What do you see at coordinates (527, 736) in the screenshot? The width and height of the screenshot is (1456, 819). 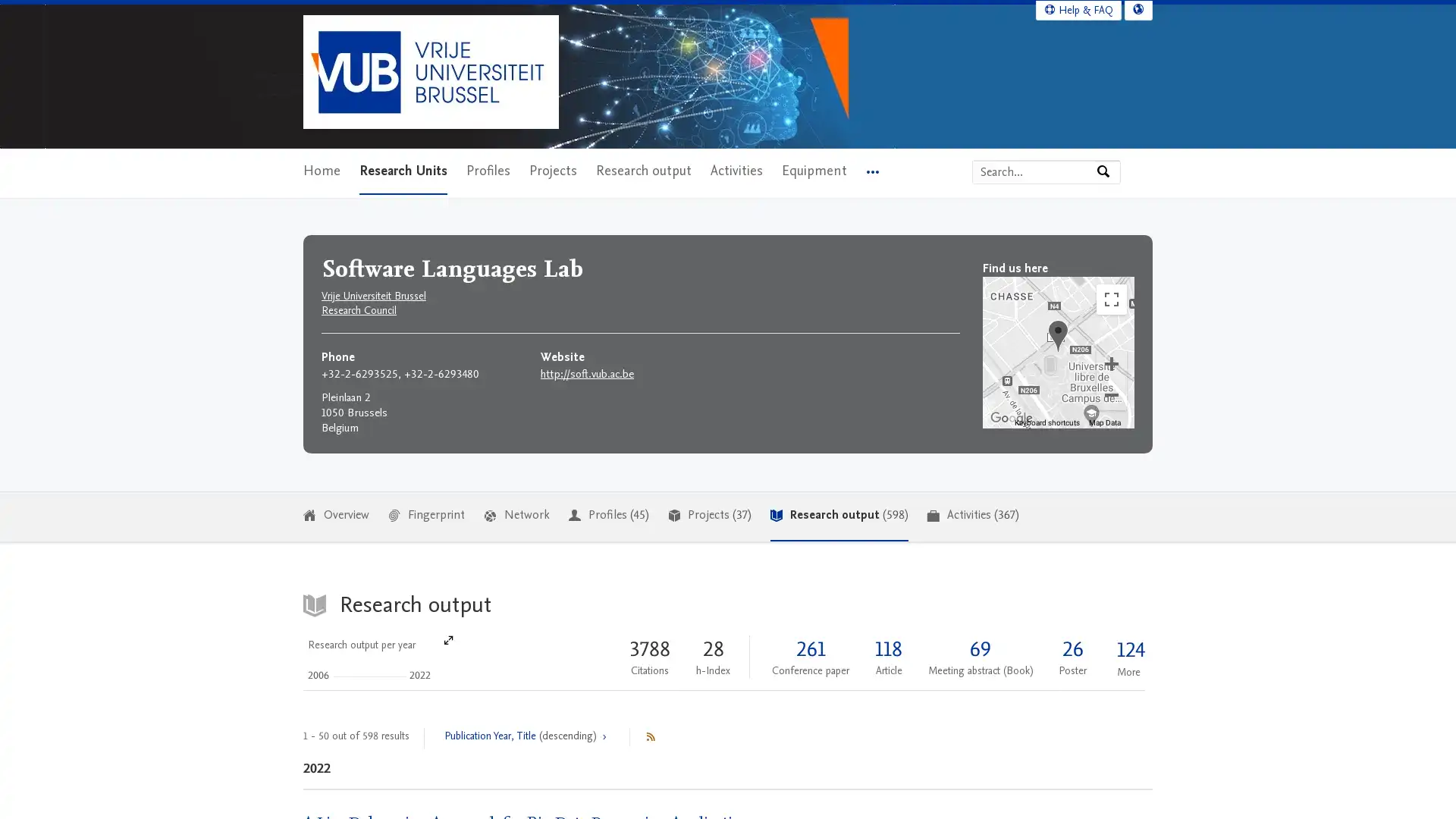 I see `Results sorted byPublication Year, Title(descending)` at bounding box center [527, 736].